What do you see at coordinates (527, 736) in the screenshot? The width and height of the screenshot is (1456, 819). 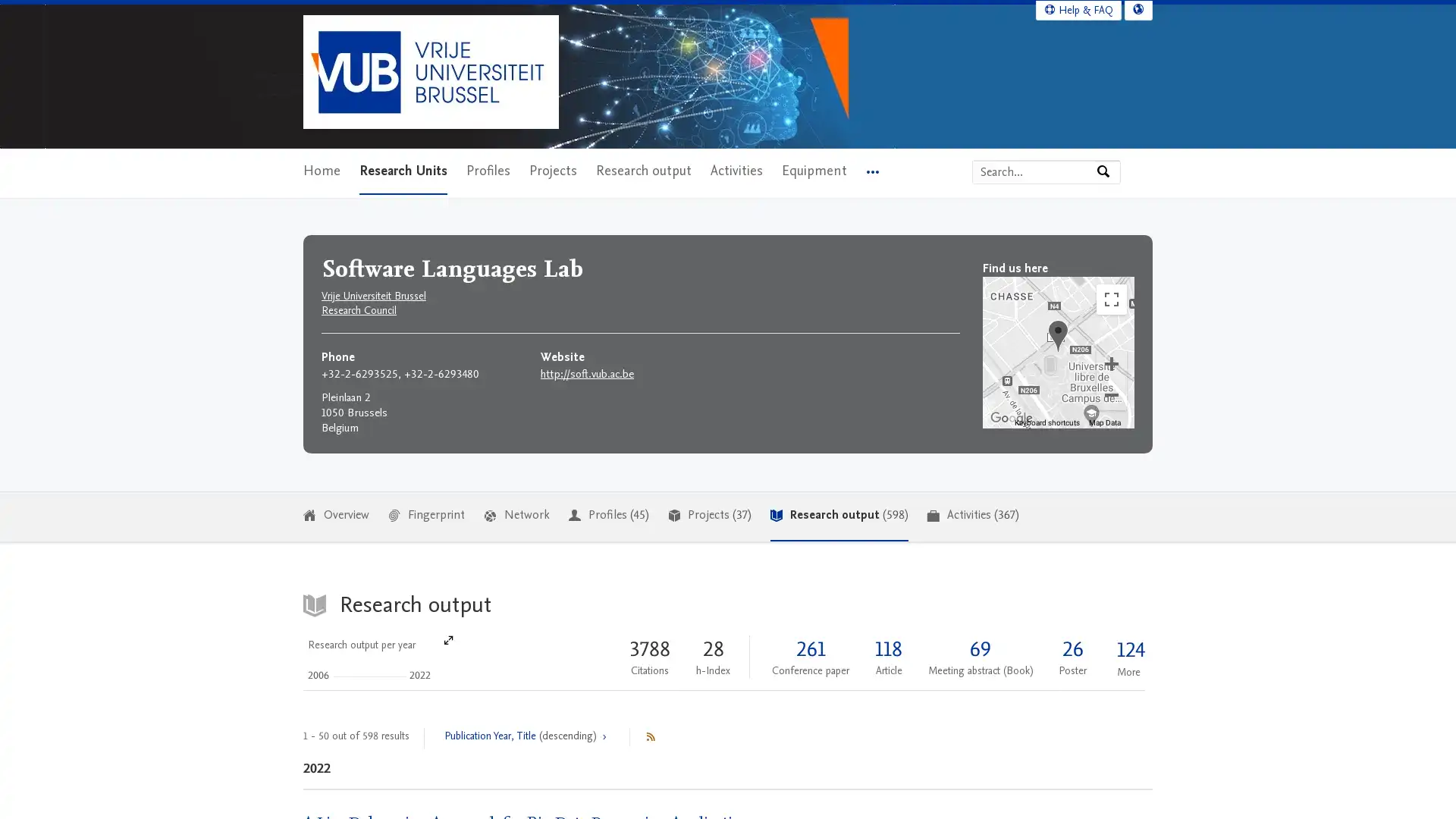 I see `Results sorted byPublication Year, Title(descending)` at bounding box center [527, 736].